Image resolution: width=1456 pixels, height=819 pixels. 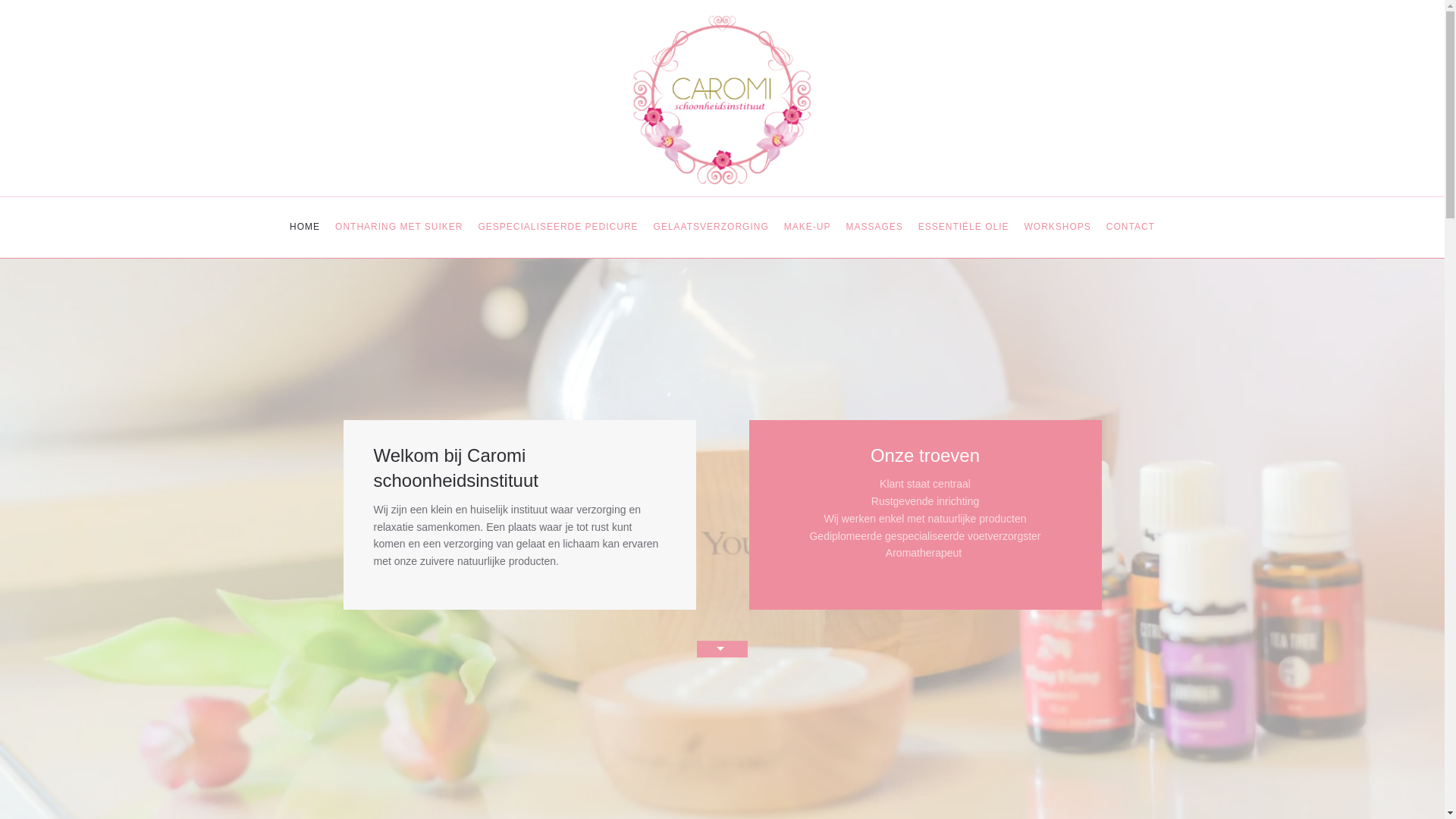 I want to click on 'MAKE-UP', so click(x=807, y=227).